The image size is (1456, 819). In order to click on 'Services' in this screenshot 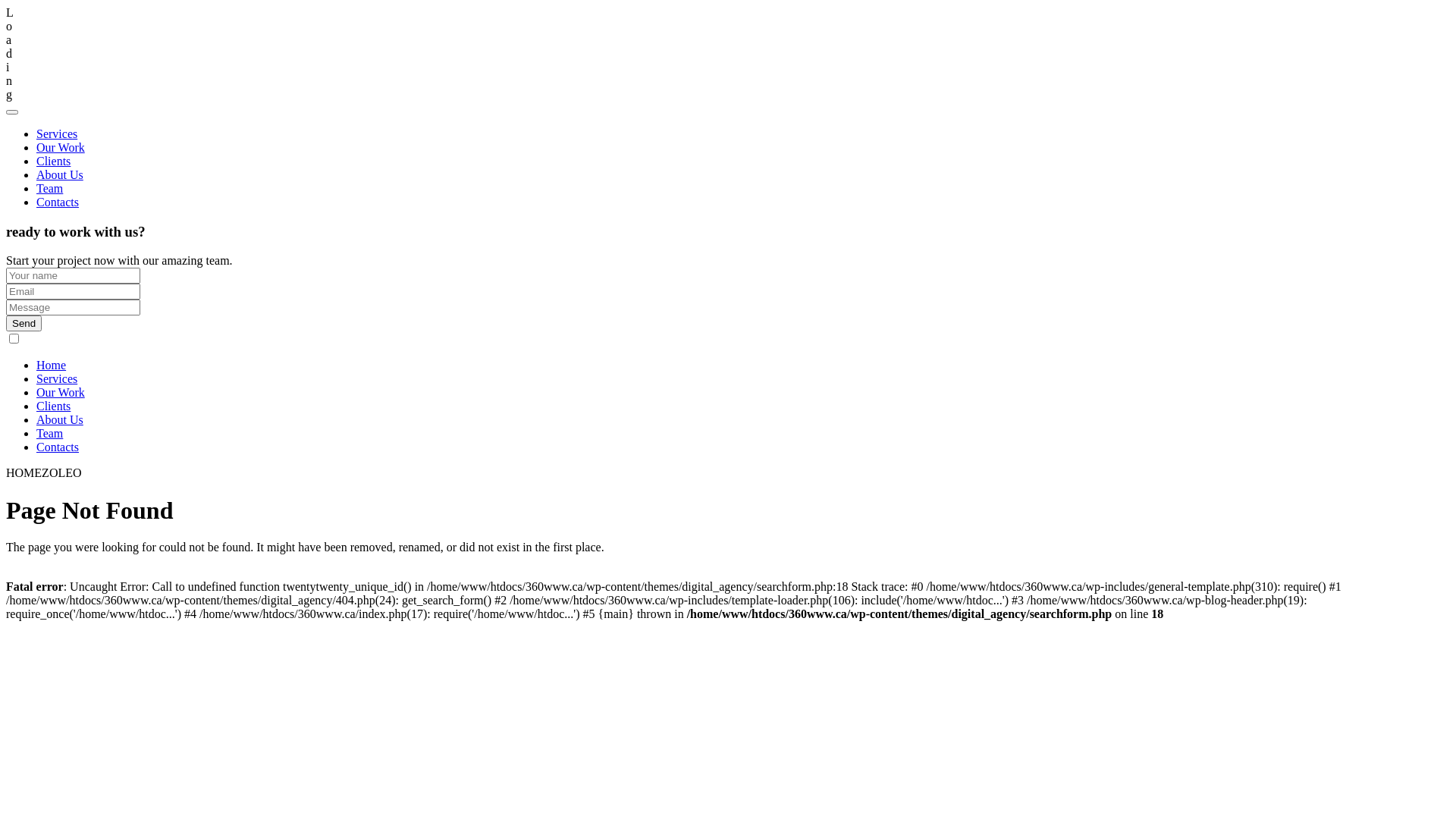, I will do `click(57, 378)`.